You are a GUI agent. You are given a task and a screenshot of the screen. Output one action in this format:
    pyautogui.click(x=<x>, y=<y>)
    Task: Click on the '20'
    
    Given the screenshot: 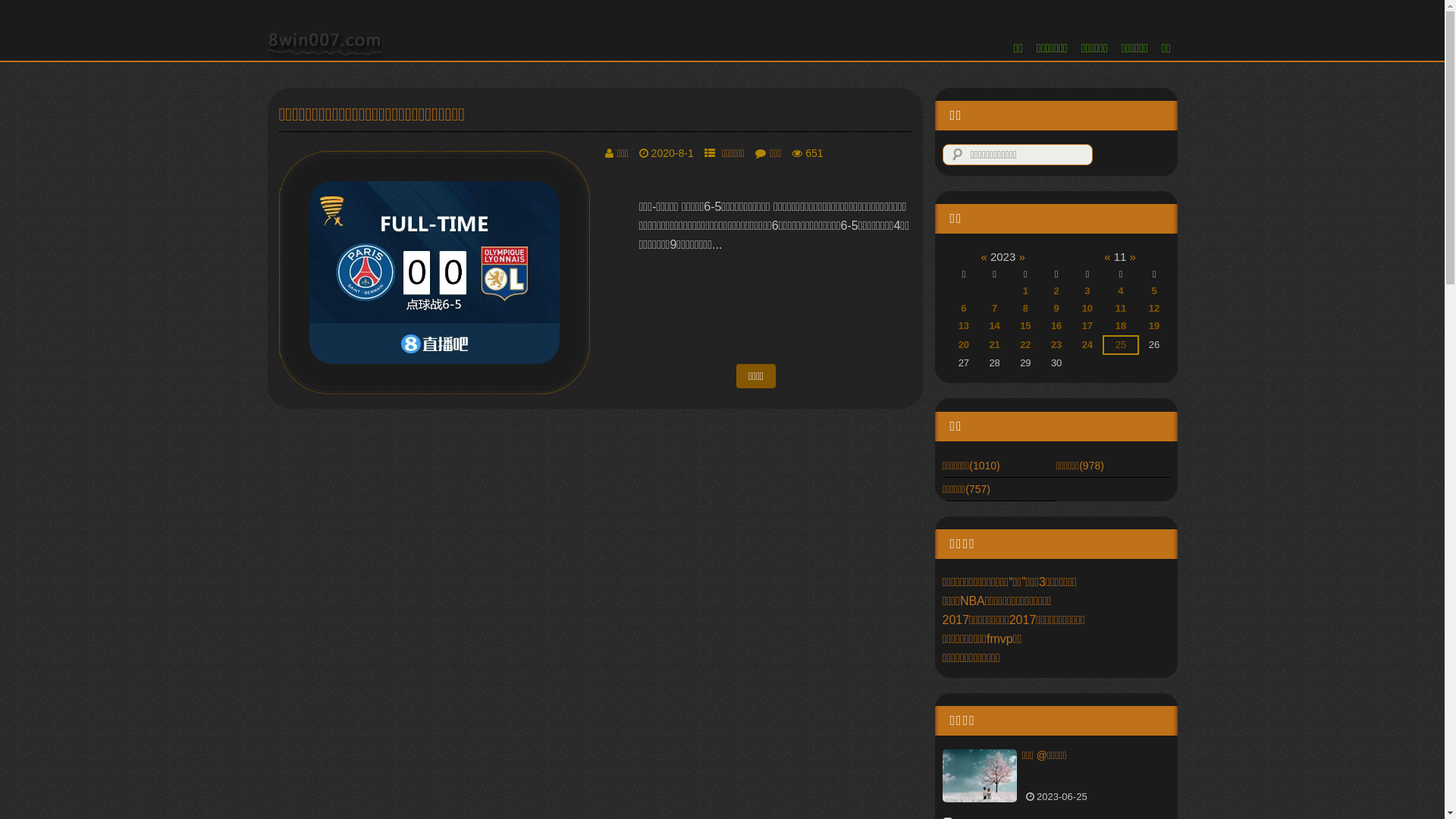 What is the action you would take?
    pyautogui.click(x=963, y=344)
    